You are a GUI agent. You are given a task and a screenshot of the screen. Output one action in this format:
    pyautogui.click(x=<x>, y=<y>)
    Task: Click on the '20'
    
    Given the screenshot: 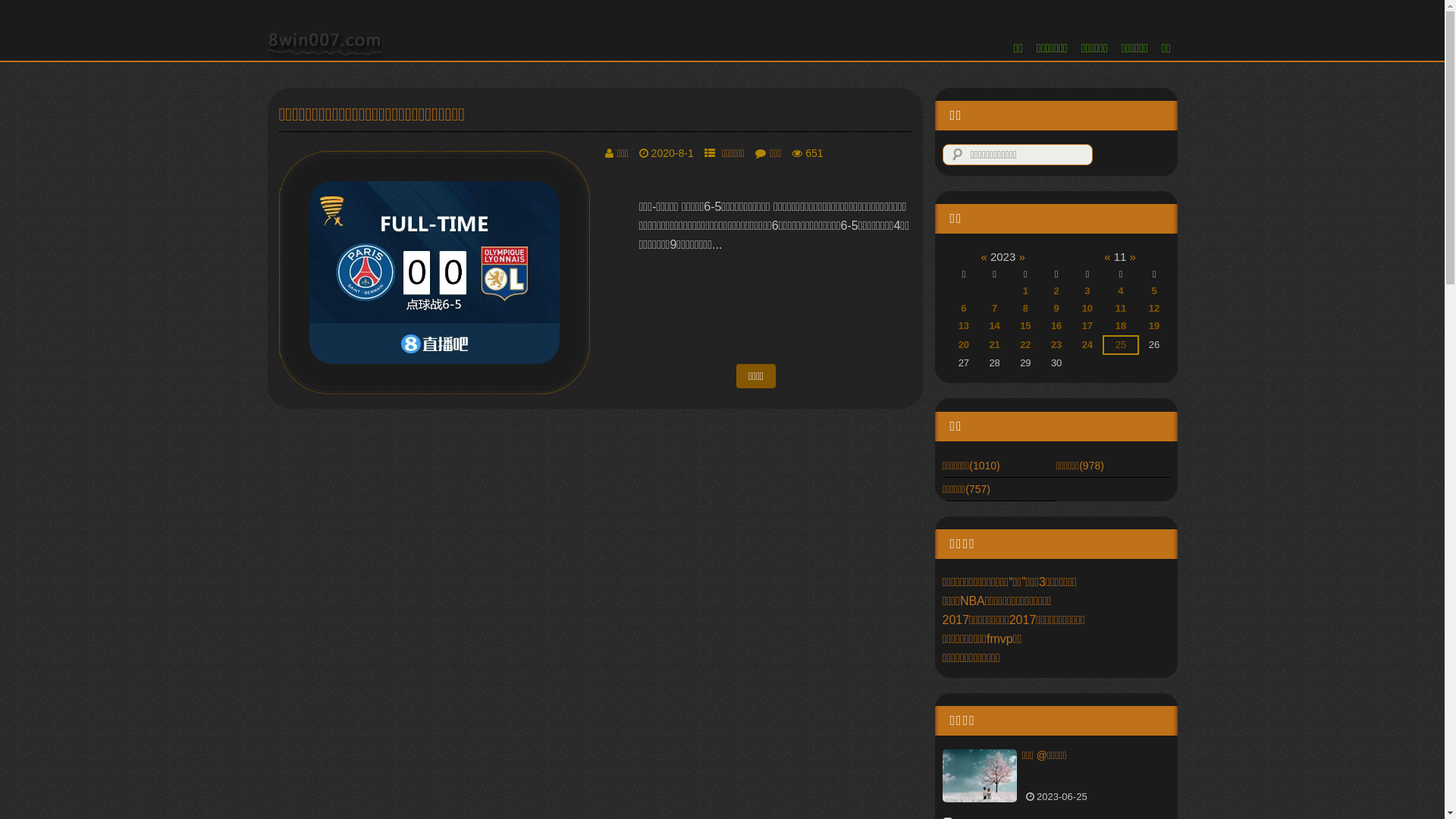 What is the action you would take?
    pyautogui.click(x=963, y=344)
    